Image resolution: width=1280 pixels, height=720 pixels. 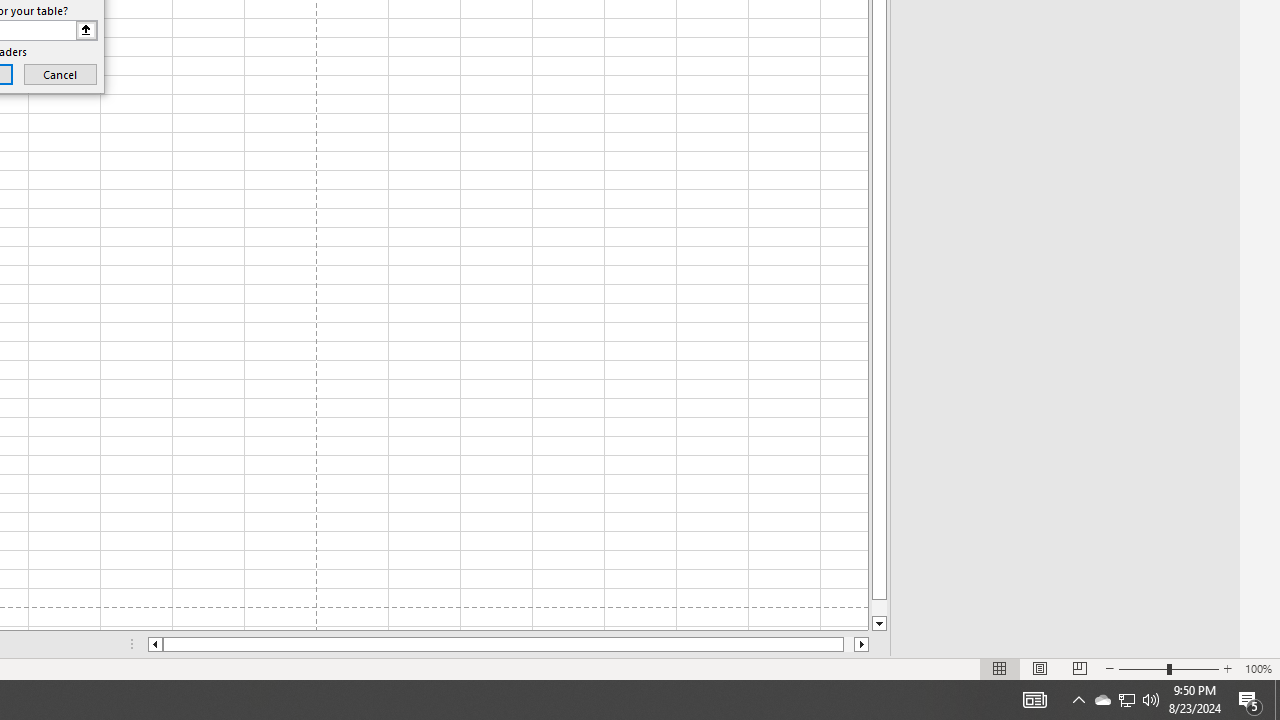 What do you see at coordinates (848, 644) in the screenshot?
I see `'Page right'` at bounding box center [848, 644].